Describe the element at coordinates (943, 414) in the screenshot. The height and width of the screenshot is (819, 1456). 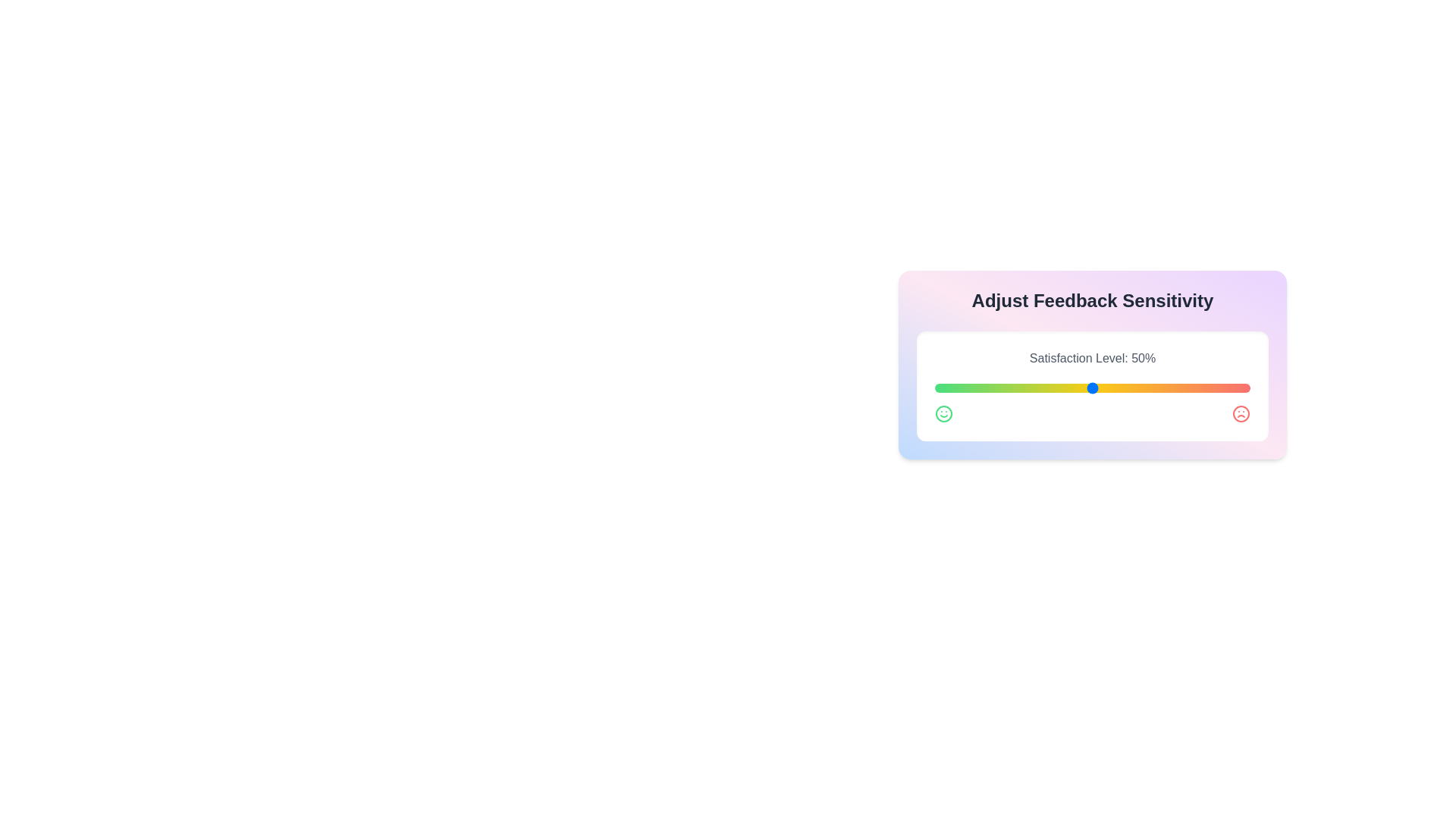
I see `the smile icon to indicate positive feedback` at that location.